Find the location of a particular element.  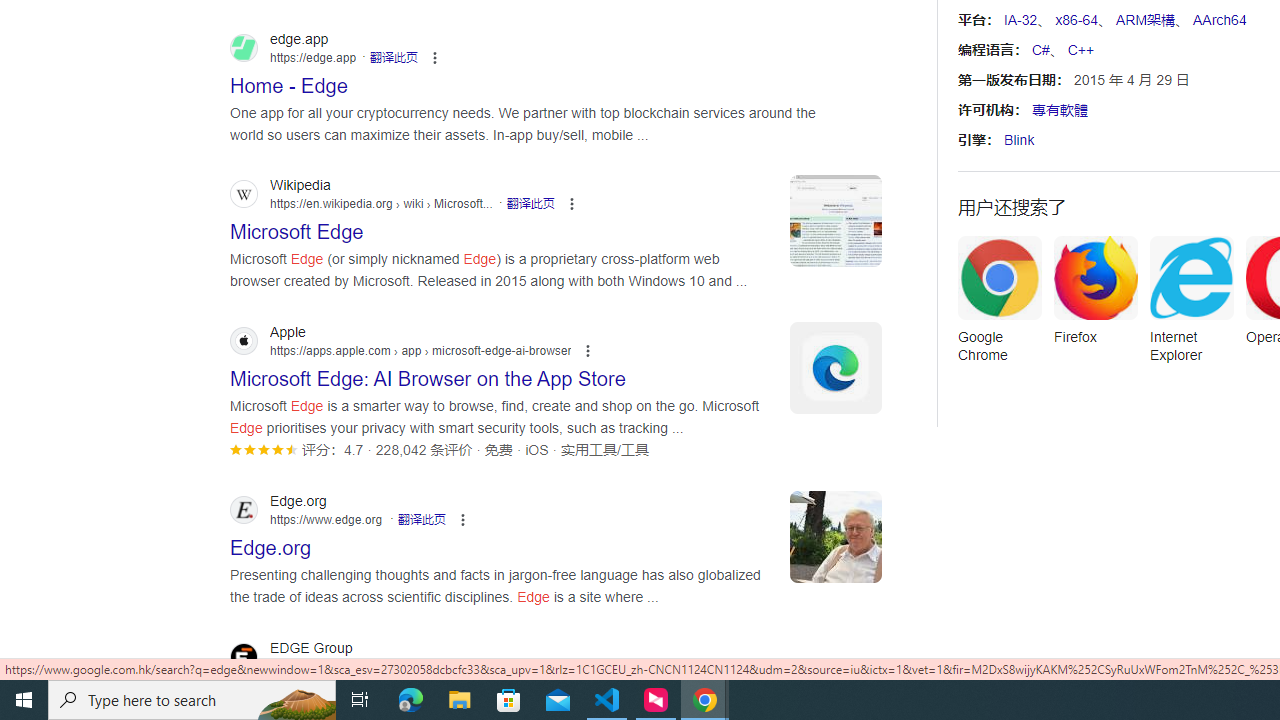

'C#' is located at coordinates (1040, 49).